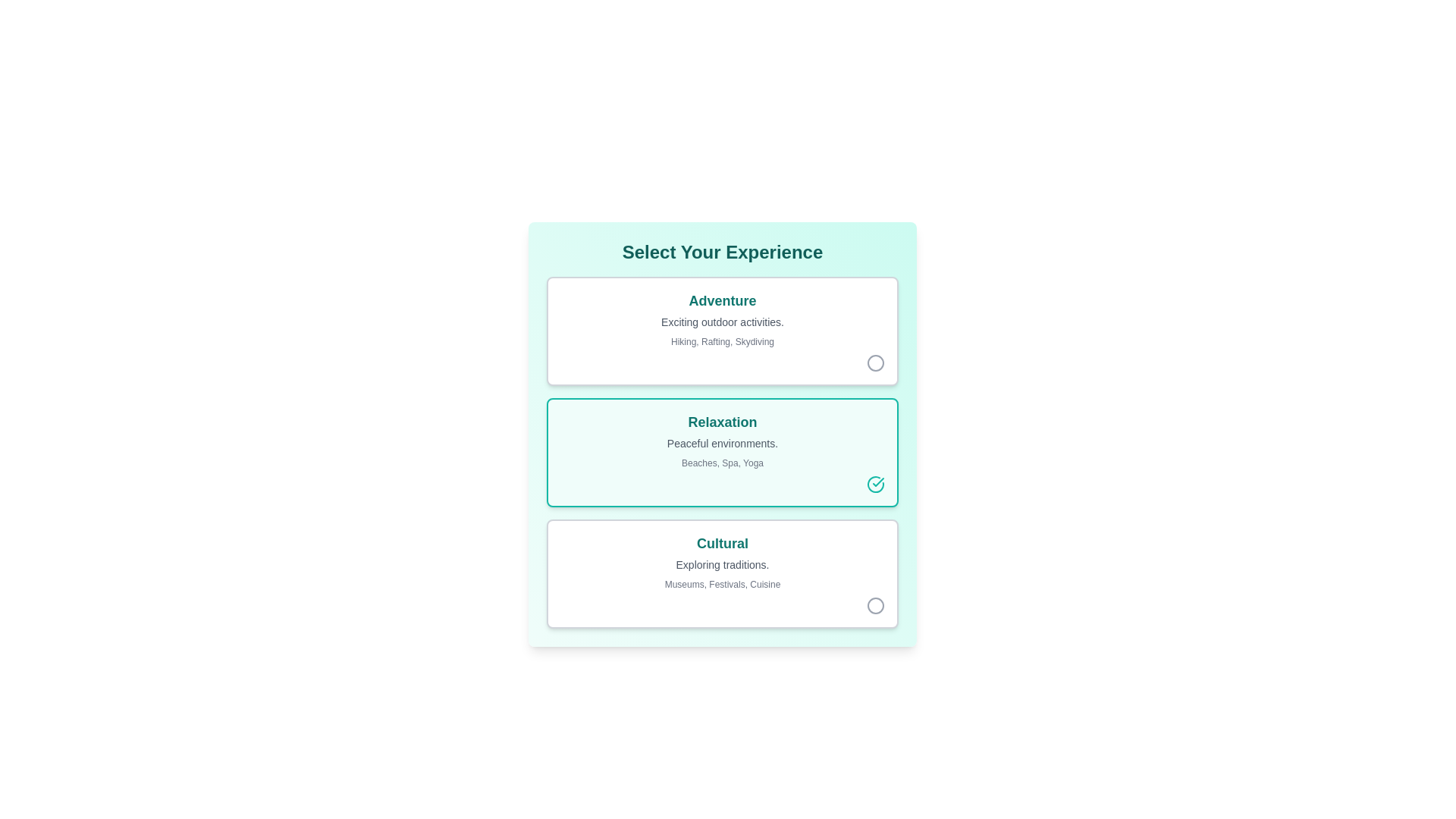  What do you see at coordinates (722, 543) in the screenshot?
I see `the text label 'Cultural', which serves as the title for the corresponding card located at the top of the third card in a vertically aligned set of cards` at bounding box center [722, 543].